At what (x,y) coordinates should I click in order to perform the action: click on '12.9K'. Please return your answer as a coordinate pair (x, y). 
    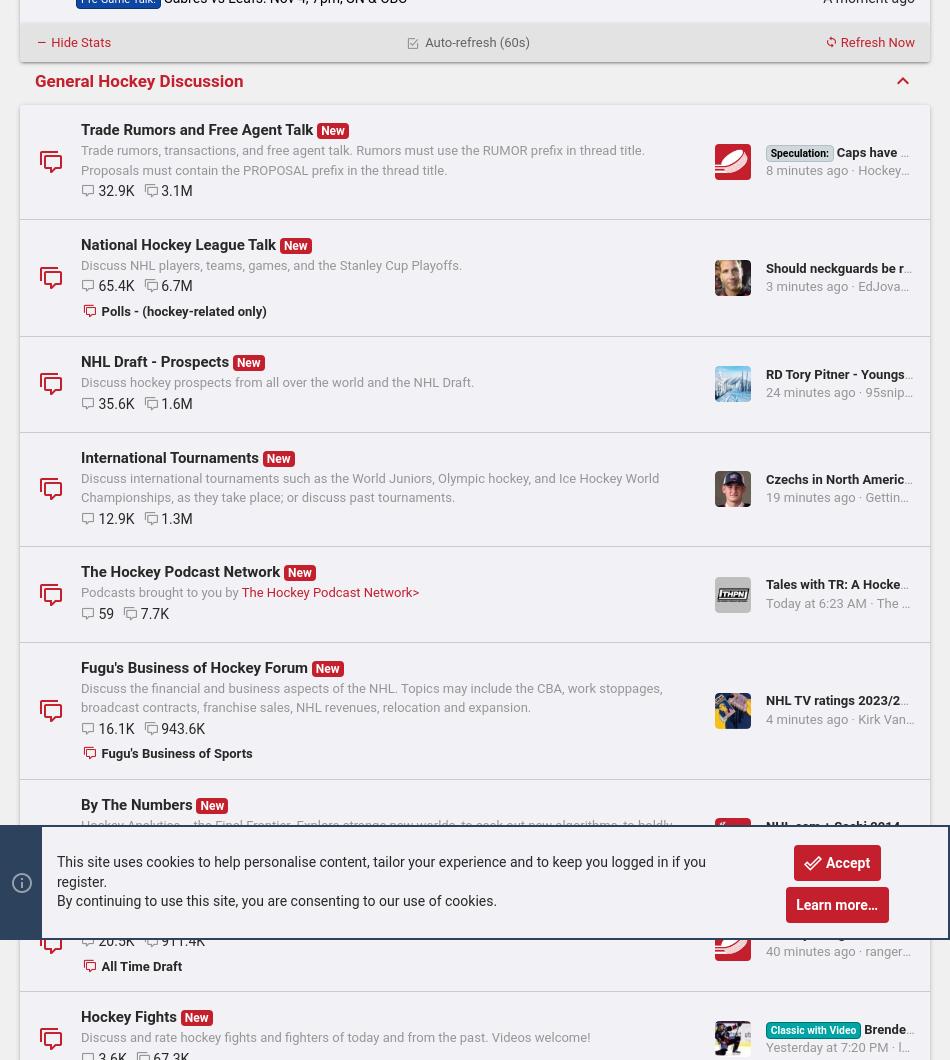
    Looking at the image, I should click on (115, 656).